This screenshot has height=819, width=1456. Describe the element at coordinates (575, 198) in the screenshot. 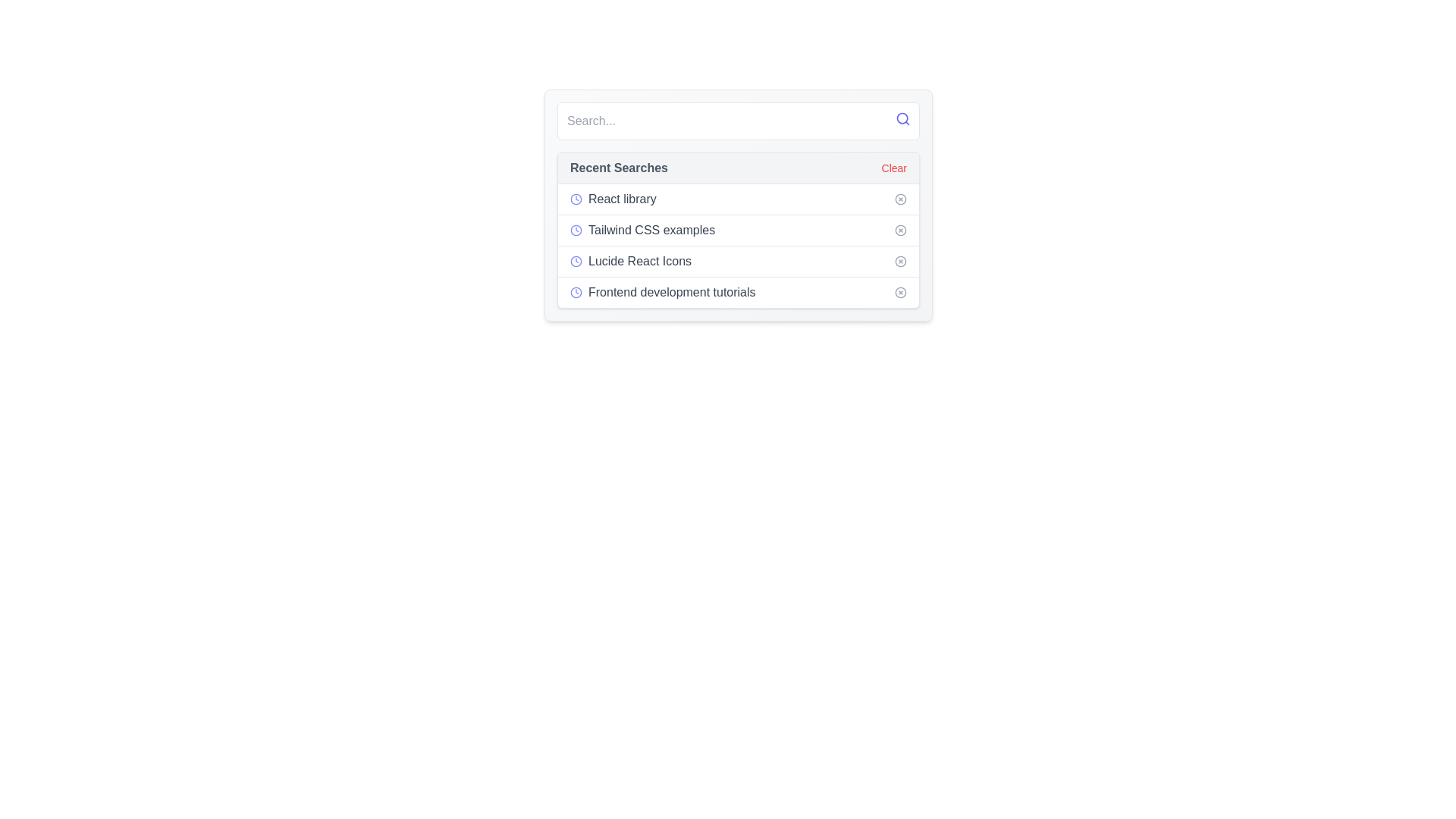

I see `the circular SVG element resembling a clock in the 'Recent Searches' section, located before the text 'React library'` at that location.